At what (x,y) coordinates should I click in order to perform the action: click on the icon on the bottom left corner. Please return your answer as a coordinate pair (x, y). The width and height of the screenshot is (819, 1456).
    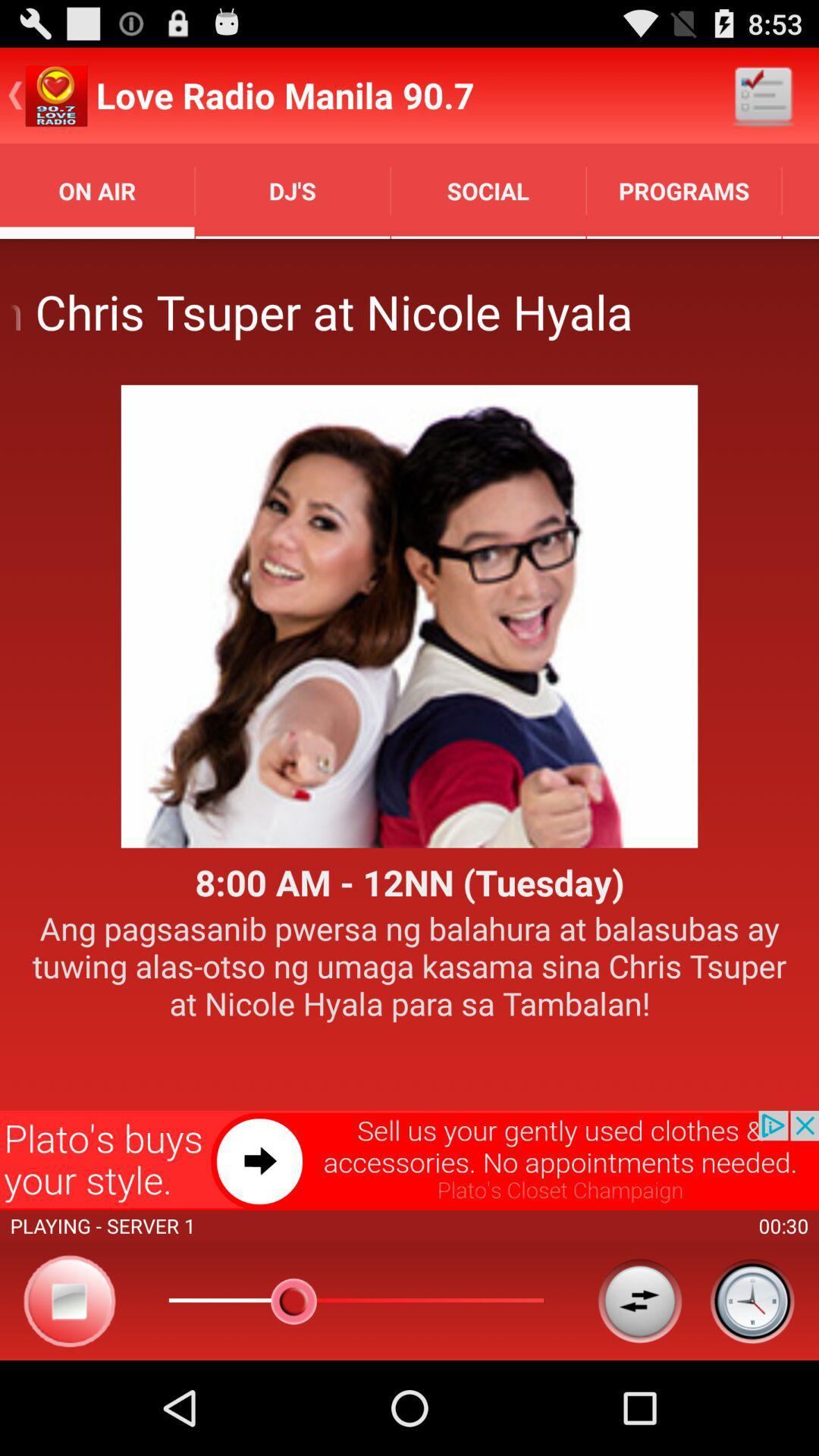
    Looking at the image, I should click on (70, 1300).